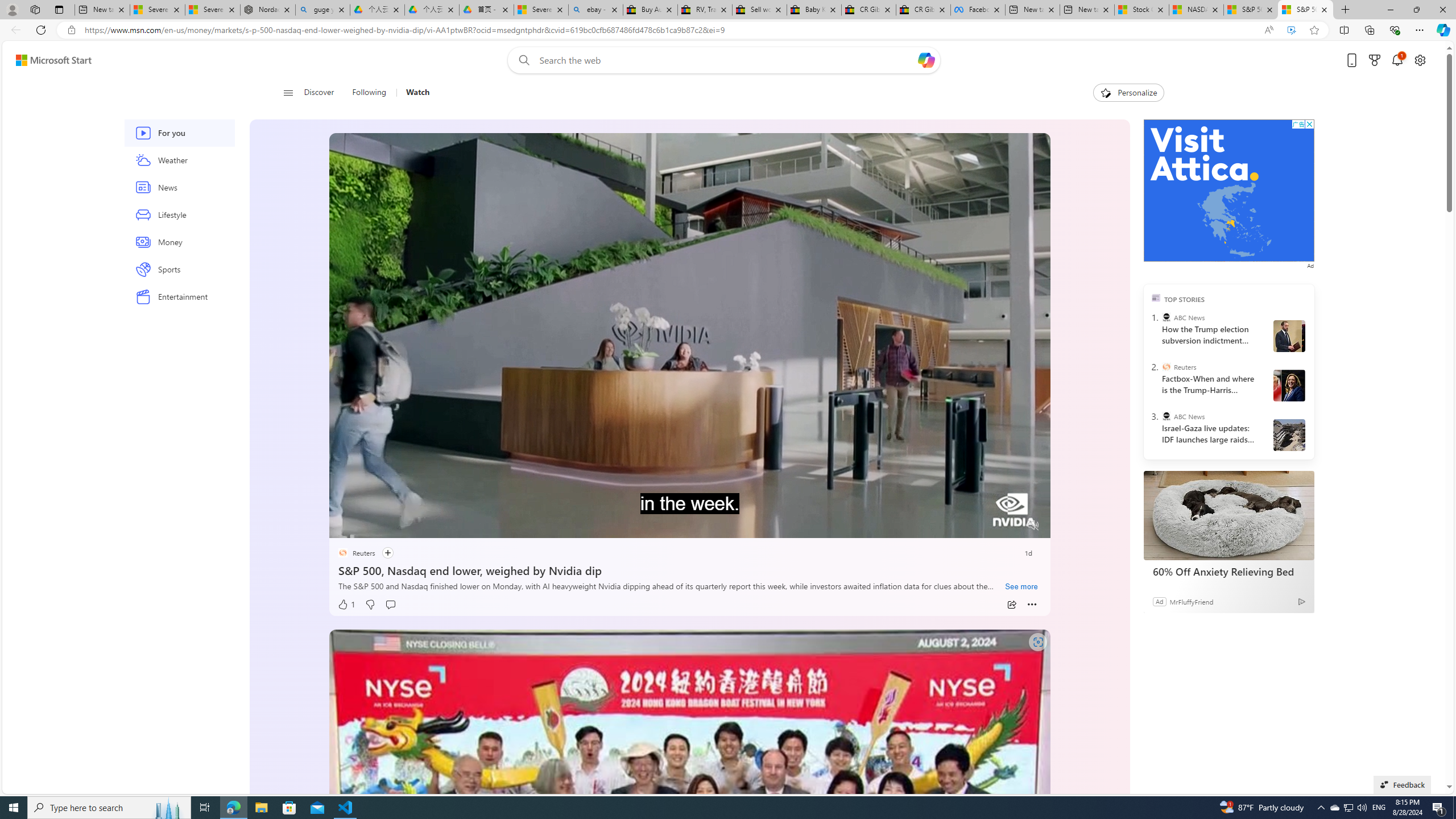 This screenshot has width=1456, height=819. I want to click on 'Enter your search term', so click(726, 59).